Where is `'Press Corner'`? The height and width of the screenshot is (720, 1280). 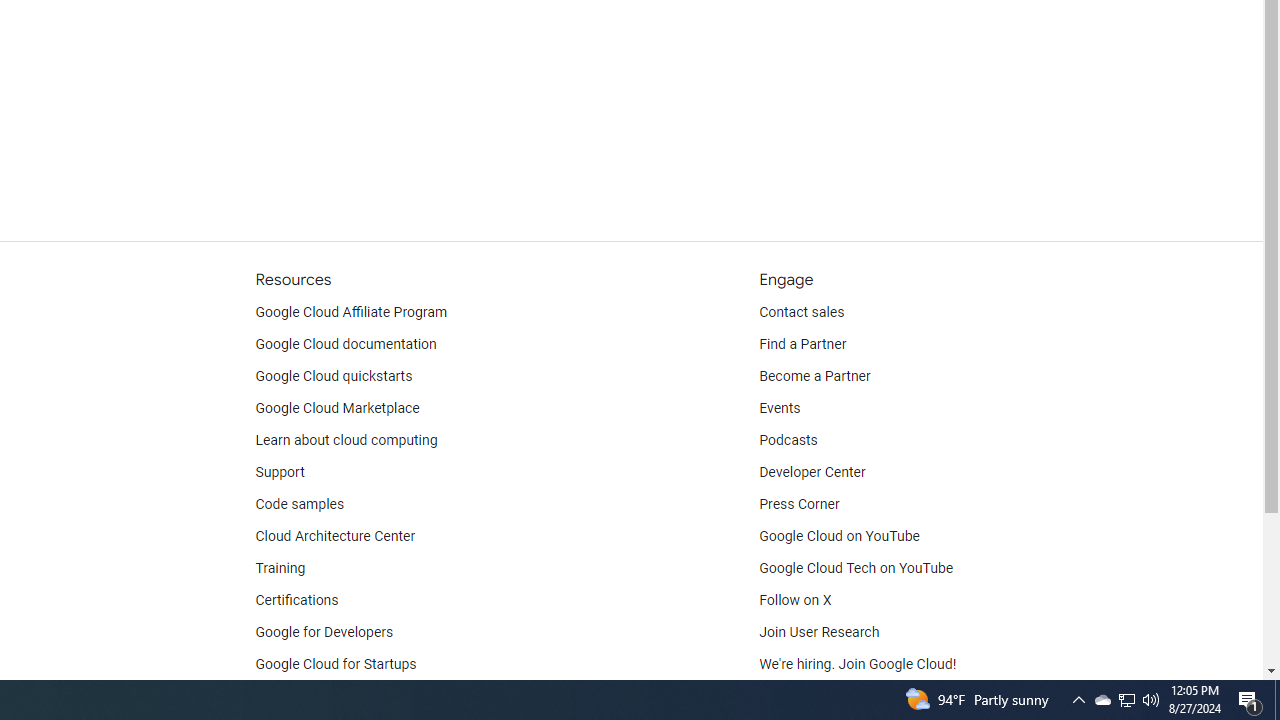 'Press Corner' is located at coordinates (798, 504).